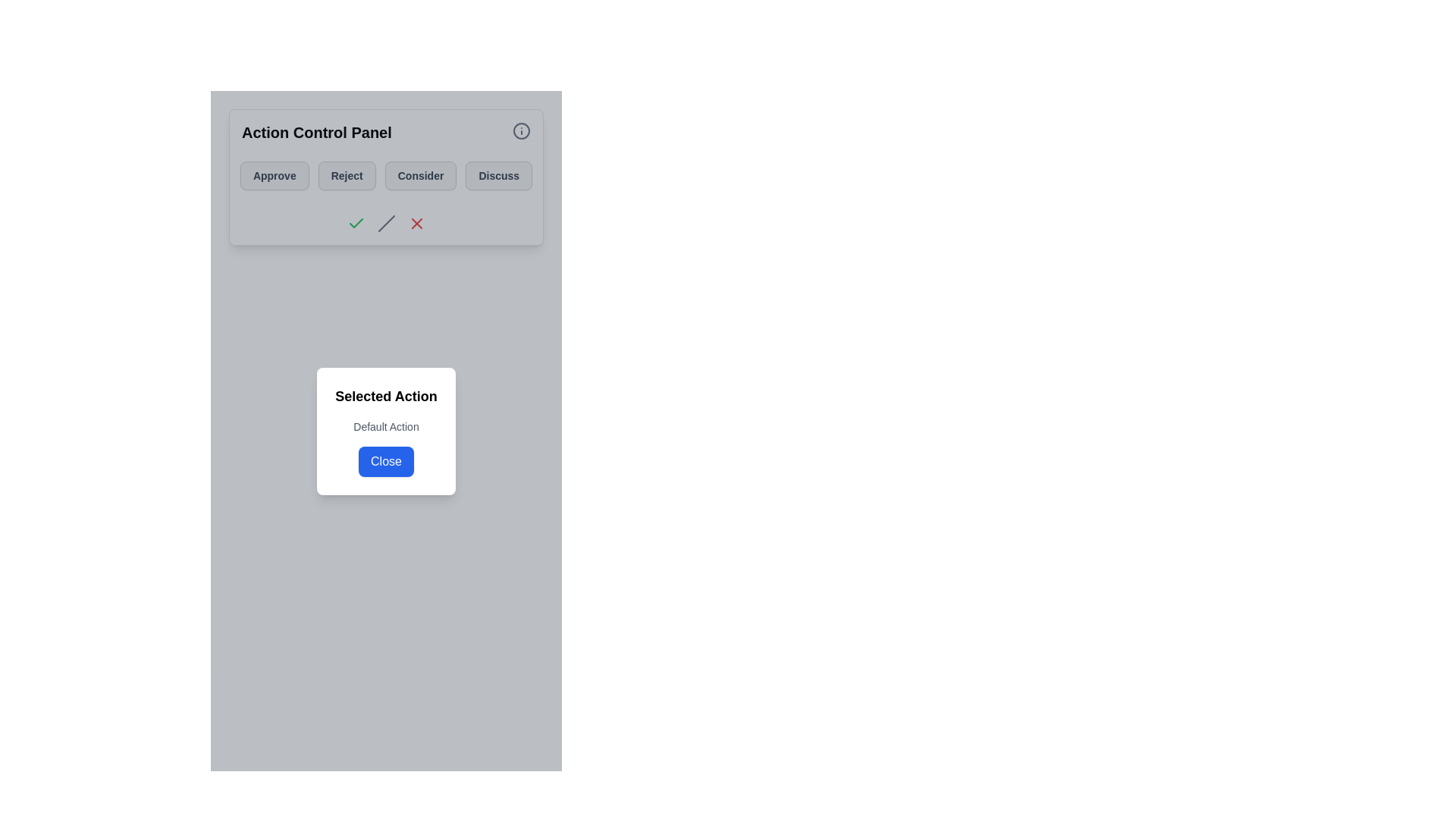  What do you see at coordinates (386, 223) in the screenshot?
I see `the second slashed icon in the group of three icons within the 'Action Control Panel', positioned between a green check icon and a red cross icon` at bounding box center [386, 223].